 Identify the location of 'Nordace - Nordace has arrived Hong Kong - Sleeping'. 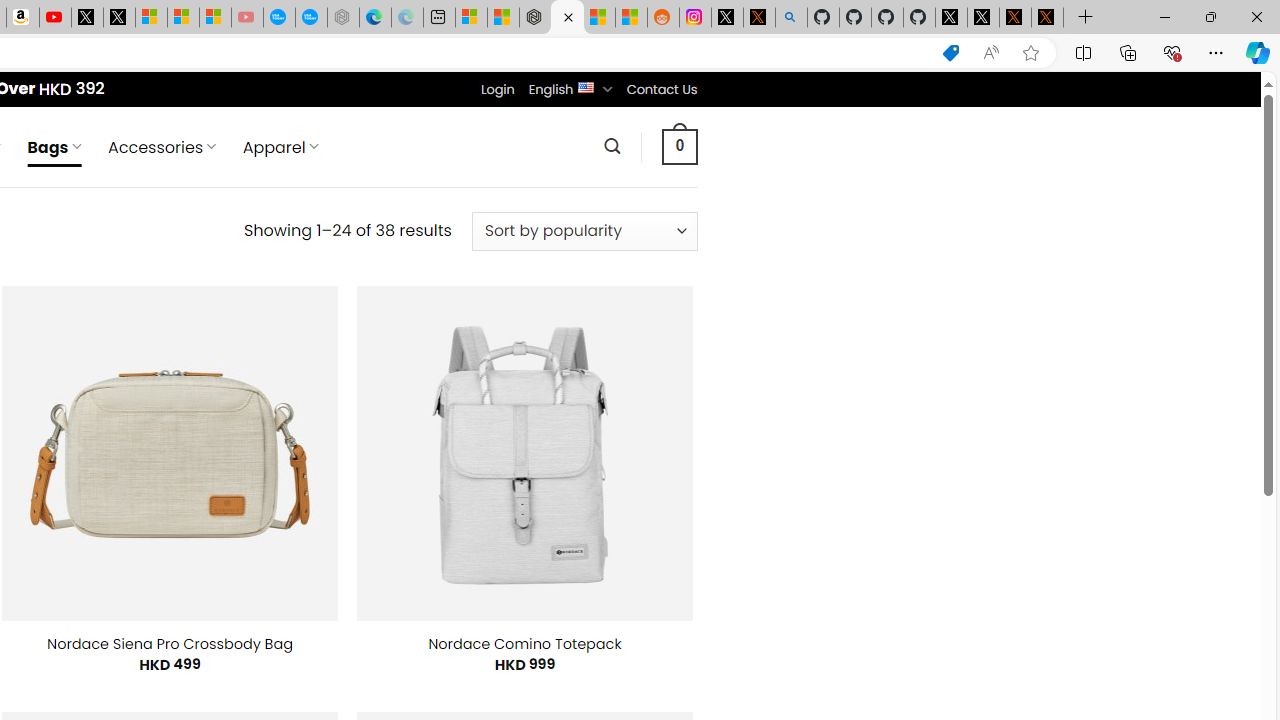
(343, 17).